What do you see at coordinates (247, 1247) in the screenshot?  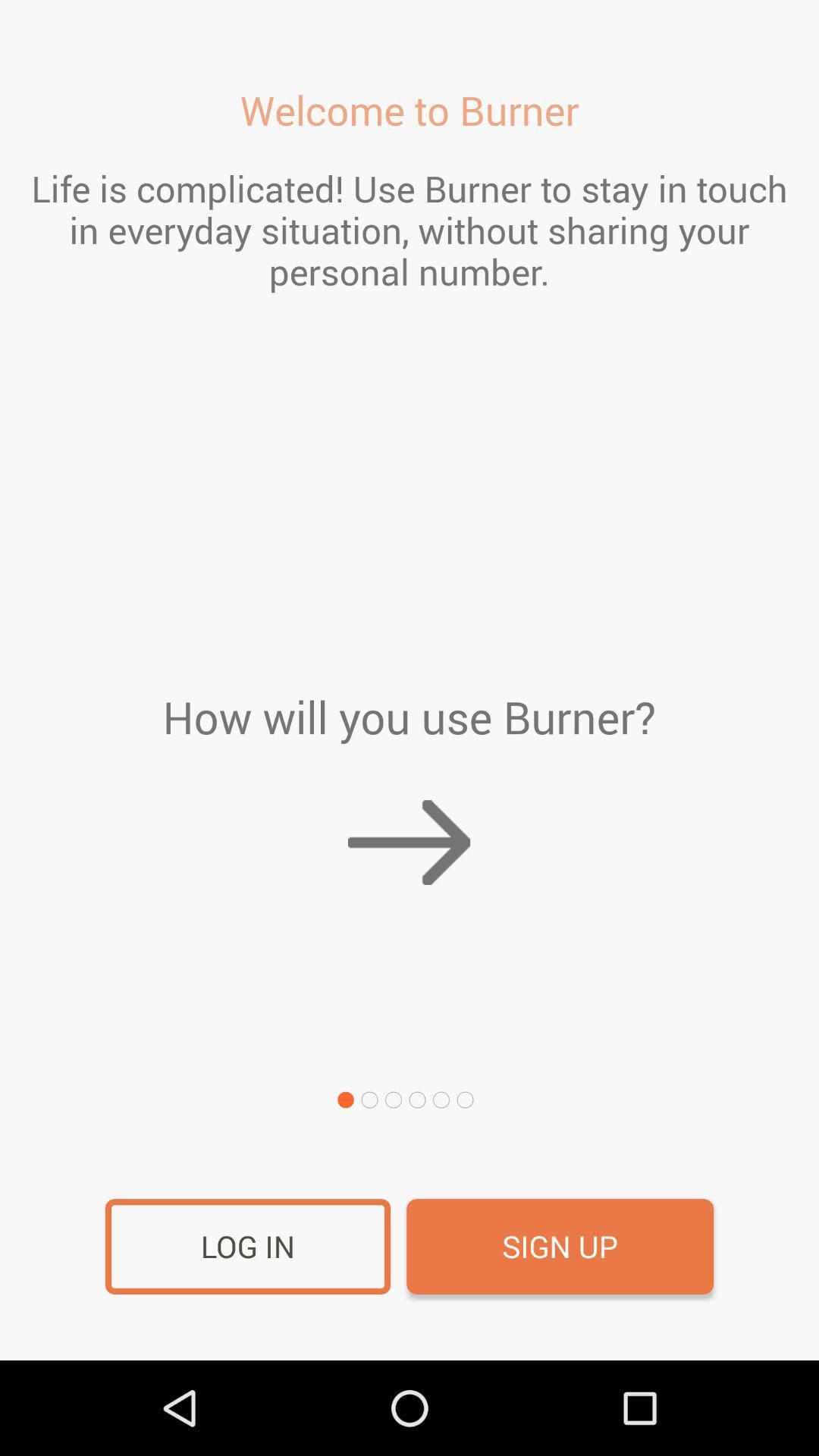 I see `item next to sign up item` at bounding box center [247, 1247].